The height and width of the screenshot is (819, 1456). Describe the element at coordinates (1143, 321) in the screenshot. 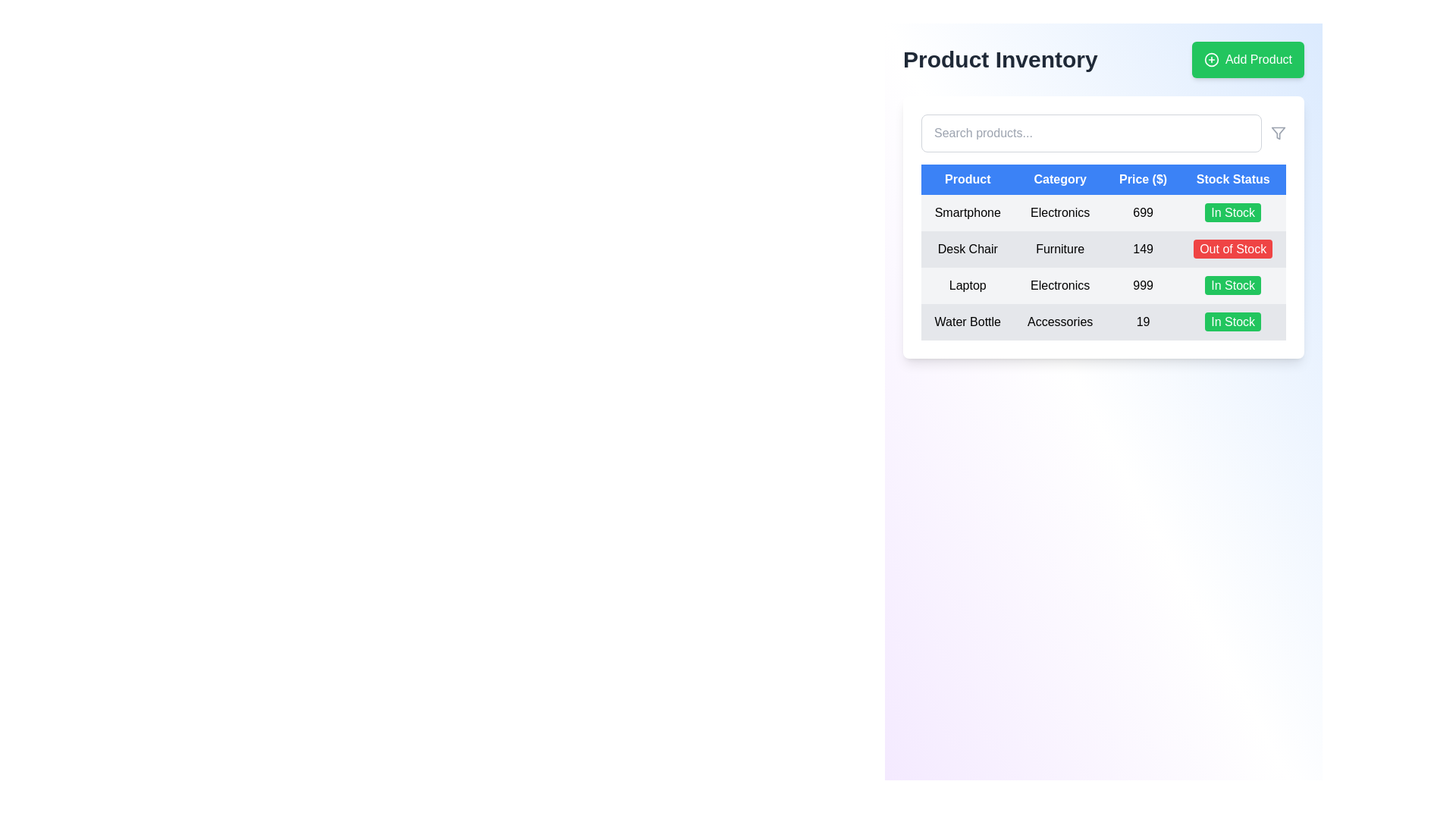

I see `the text displaying the number '19' in the 'Price ($)' column of the table row for 'Water Bottle', which is center-aligned and adjacent to the 'Accessories' text and the 'In Stock' status` at that location.